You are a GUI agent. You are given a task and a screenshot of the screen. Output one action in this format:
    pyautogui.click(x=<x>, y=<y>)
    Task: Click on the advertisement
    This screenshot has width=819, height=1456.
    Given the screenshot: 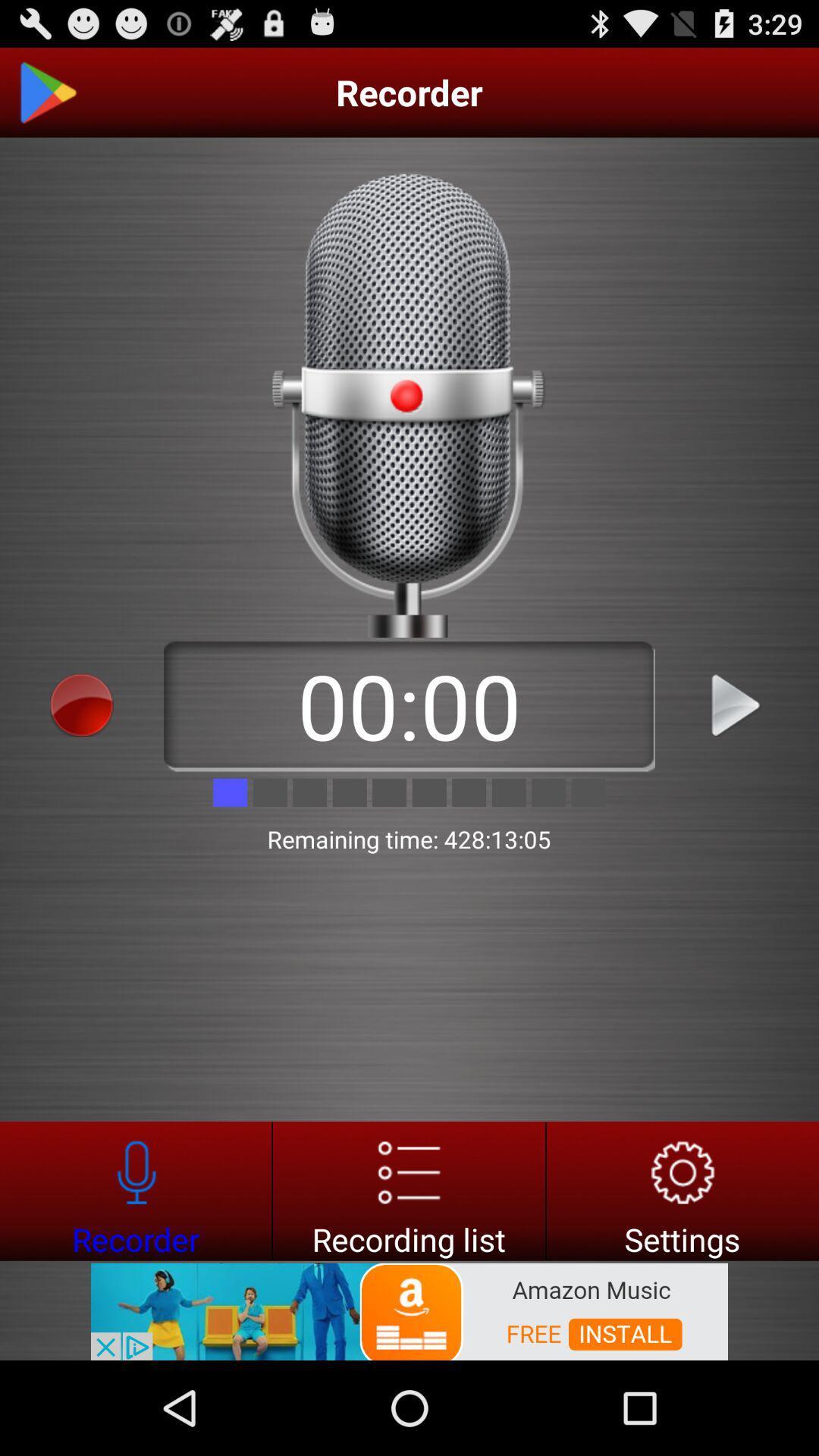 What is the action you would take?
    pyautogui.click(x=409, y=1310)
    